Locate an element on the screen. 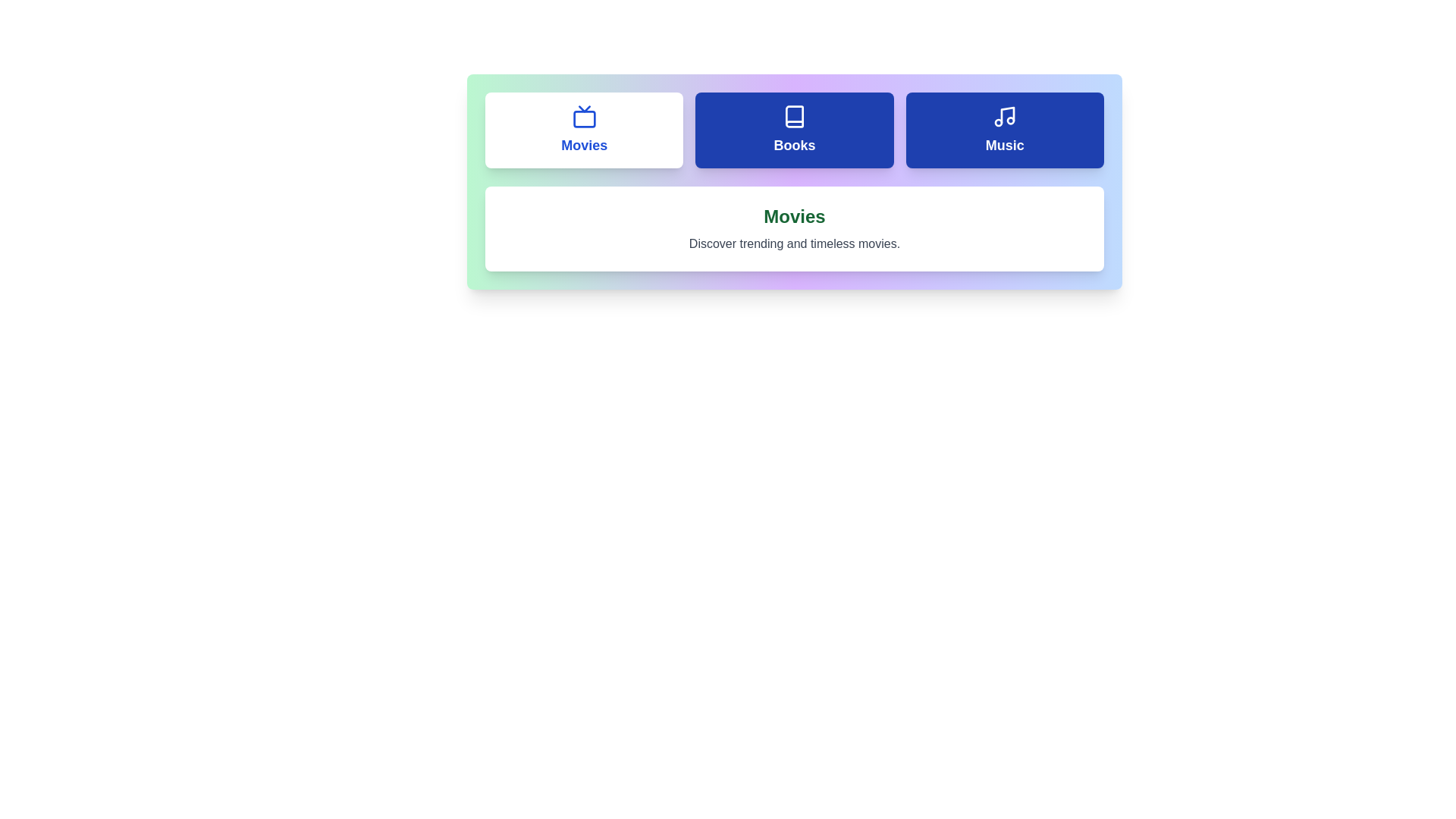  the 'Books' button, which is the second item in a grid layout of 'Movies', 'Books', and 'Music', to activate its hover effects is located at coordinates (793, 130).